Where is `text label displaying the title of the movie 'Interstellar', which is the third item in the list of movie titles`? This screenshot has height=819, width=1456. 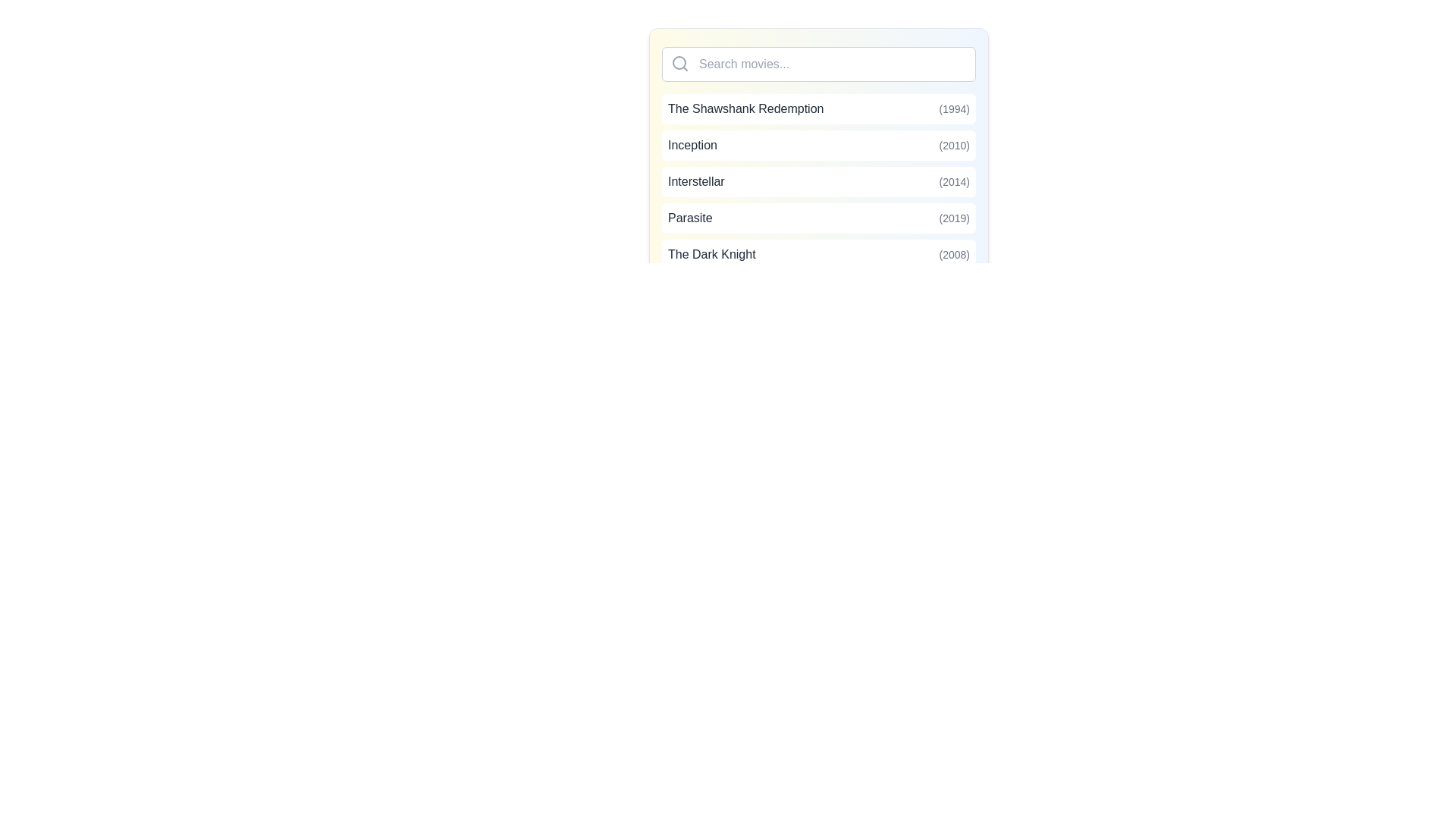
text label displaying the title of the movie 'Interstellar', which is the third item in the list of movie titles is located at coordinates (695, 180).